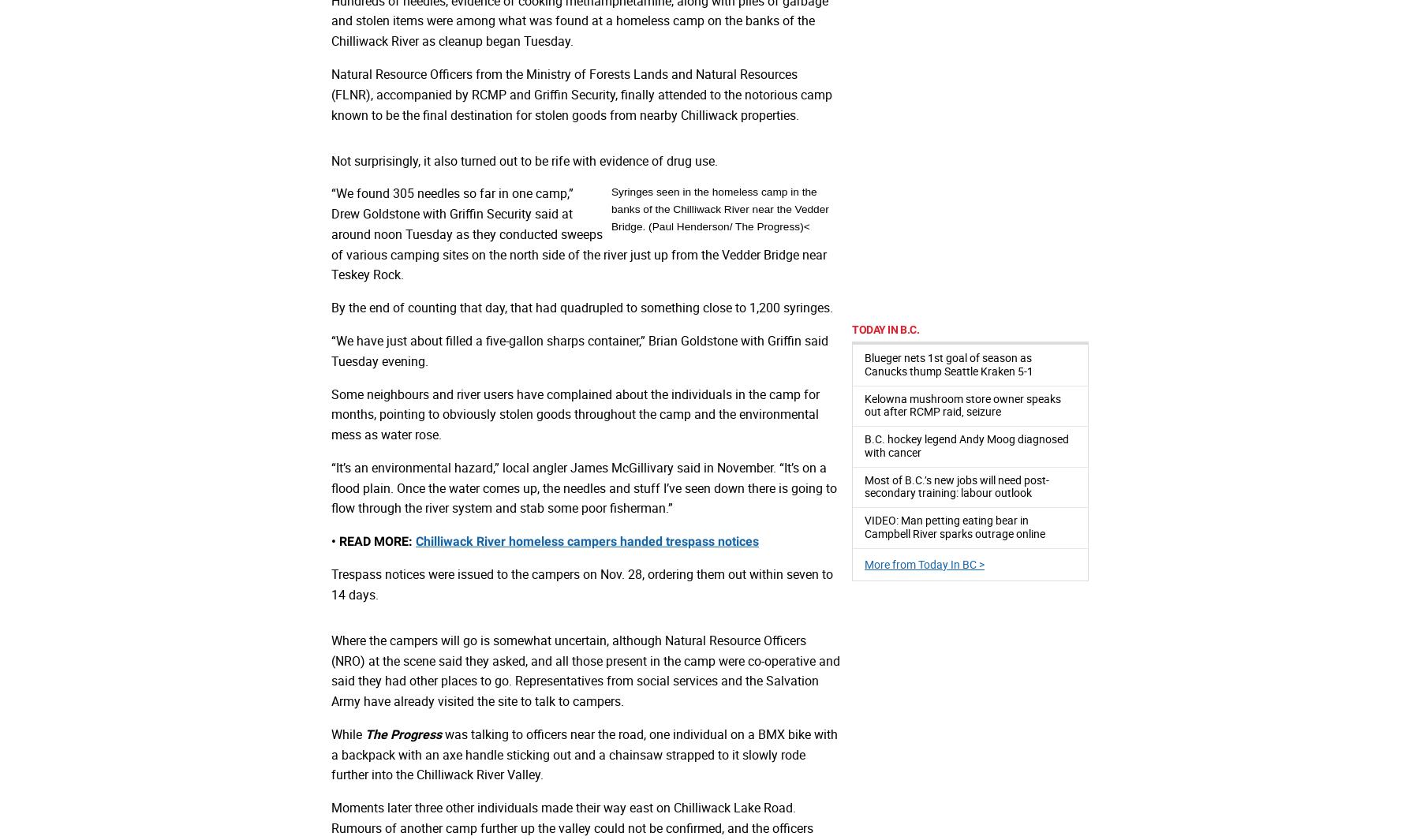  I want to click on 'Kelowna mushroom store owner speaks out after RCMP raid, seizure', so click(962, 404).